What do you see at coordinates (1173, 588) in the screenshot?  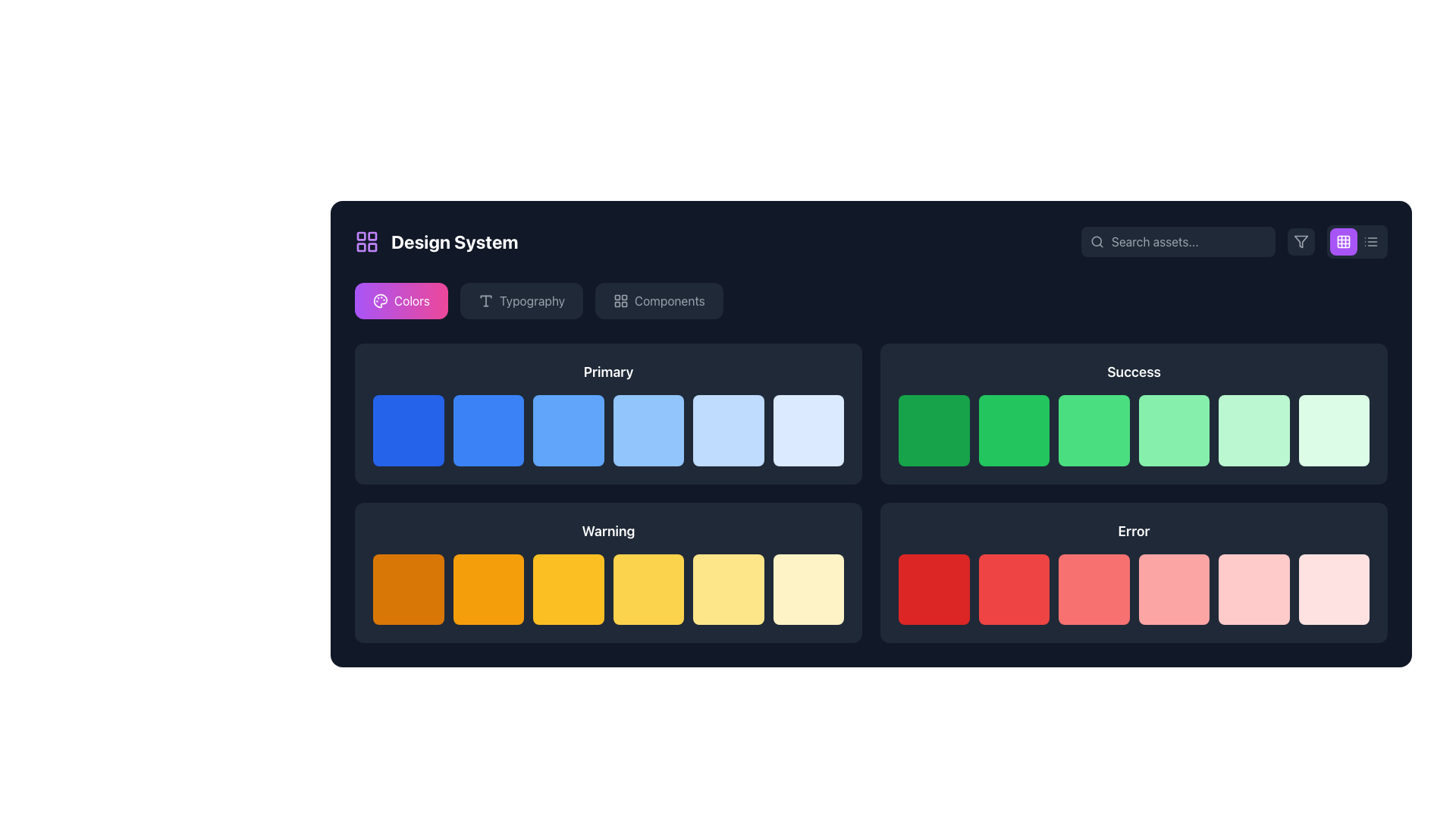 I see `the interactive color block with a light pink fill color, which is the fourth element in the 'Error' row of the color palette grid` at bounding box center [1173, 588].